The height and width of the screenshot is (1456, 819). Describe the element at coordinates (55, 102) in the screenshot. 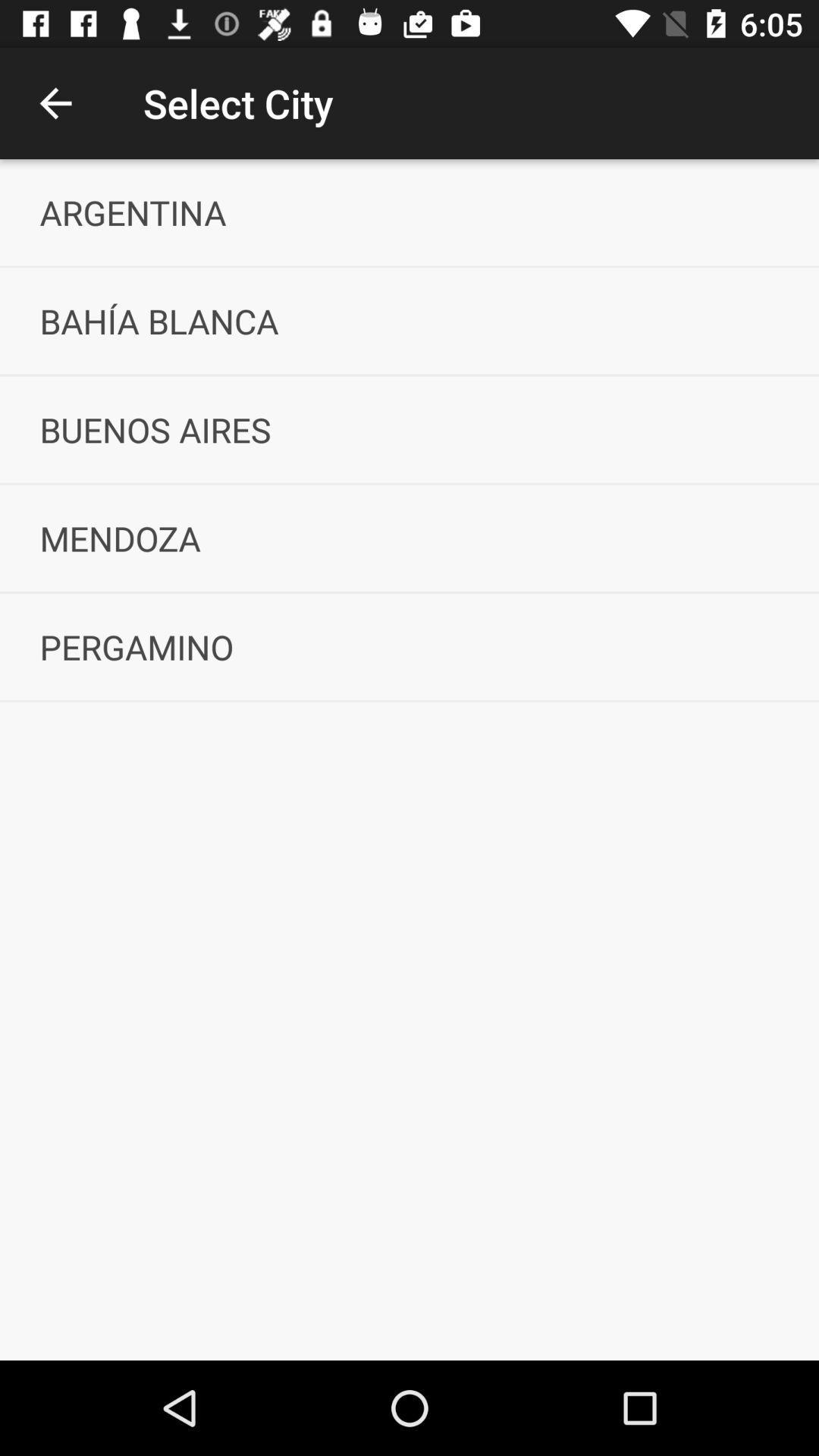

I see `icon next to select city` at that location.